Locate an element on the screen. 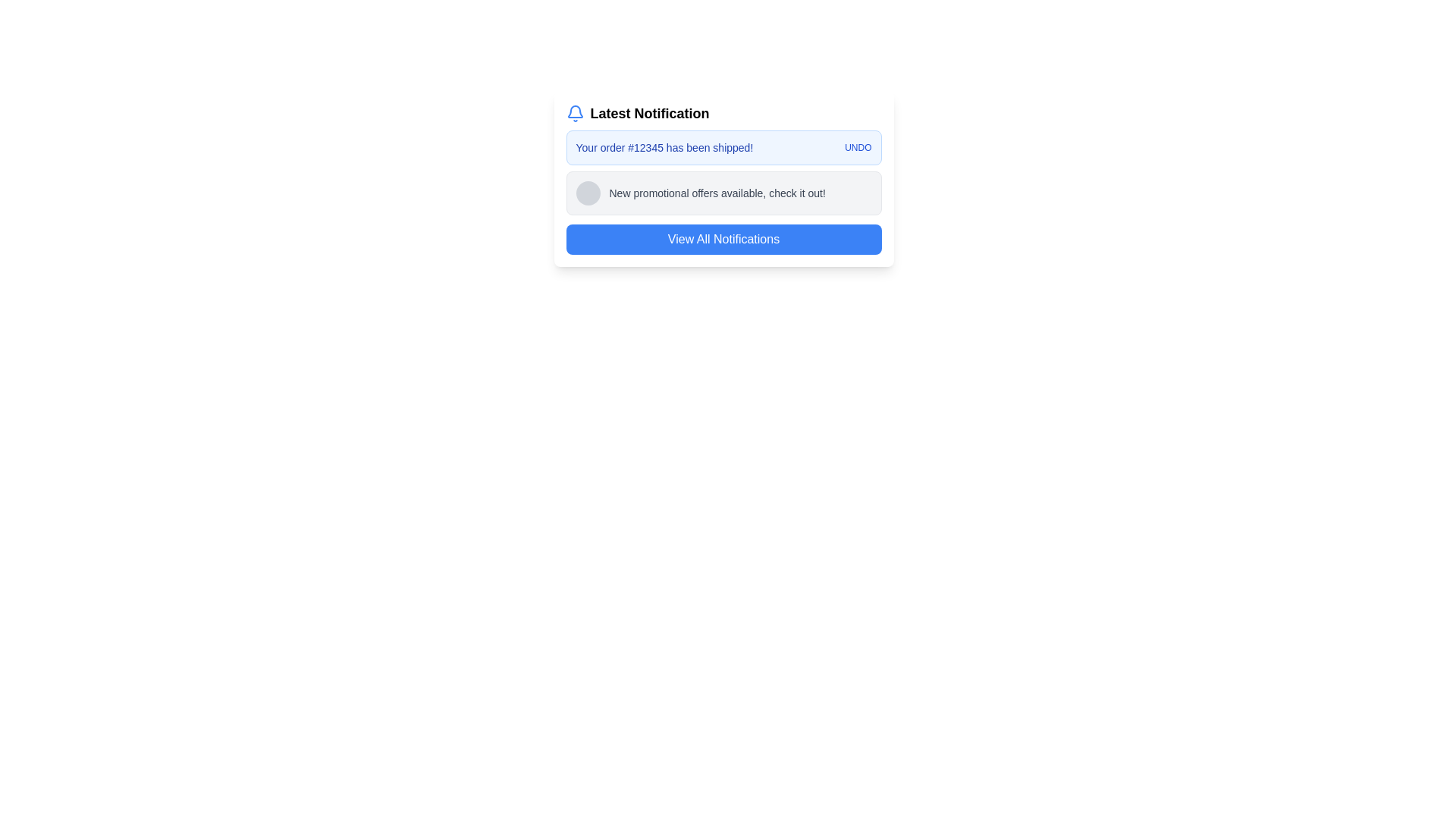 Image resolution: width=1456 pixels, height=819 pixels. notification message that states 'Your order #12345 has been shipped!' which is located within the light blue rectangular section of the 'Latest Notification' panel is located at coordinates (723, 148).